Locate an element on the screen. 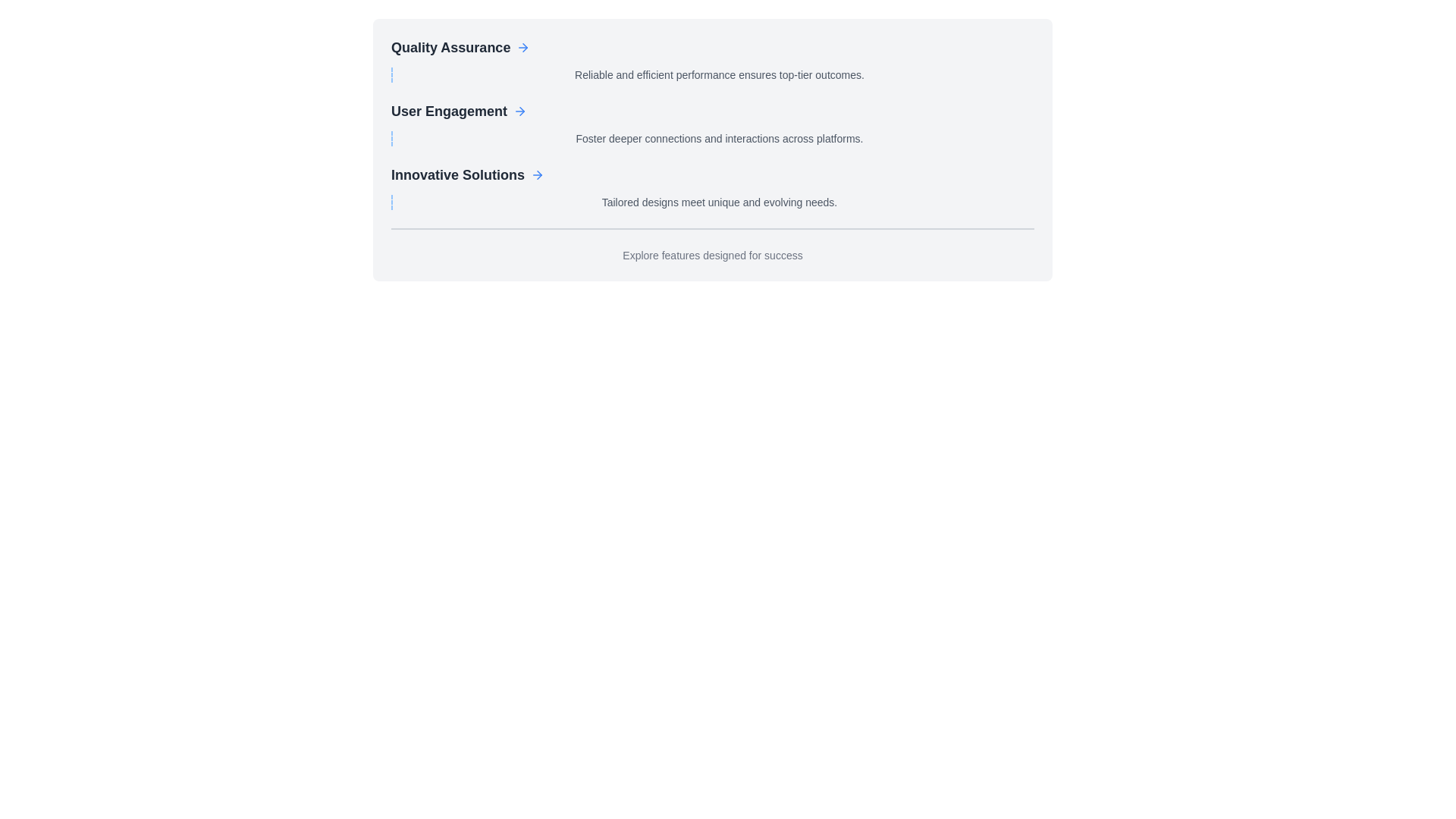  the text label item titled 'Innovative Solutions', which is the third item in a vertical list of options and has a right arrow icon indicating navigation is located at coordinates (457, 174).